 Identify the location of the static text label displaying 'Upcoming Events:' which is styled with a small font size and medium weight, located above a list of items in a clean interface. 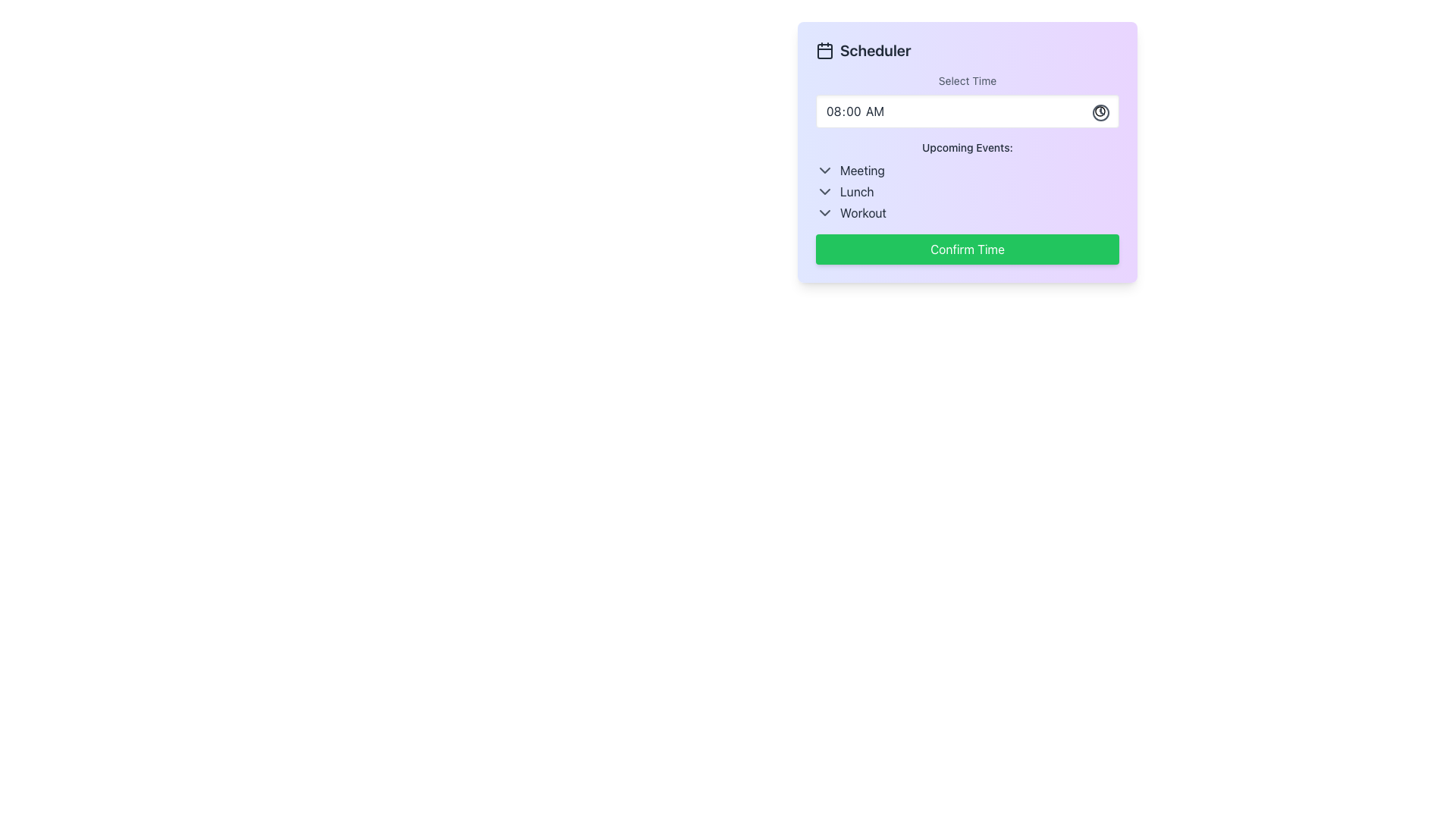
(967, 148).